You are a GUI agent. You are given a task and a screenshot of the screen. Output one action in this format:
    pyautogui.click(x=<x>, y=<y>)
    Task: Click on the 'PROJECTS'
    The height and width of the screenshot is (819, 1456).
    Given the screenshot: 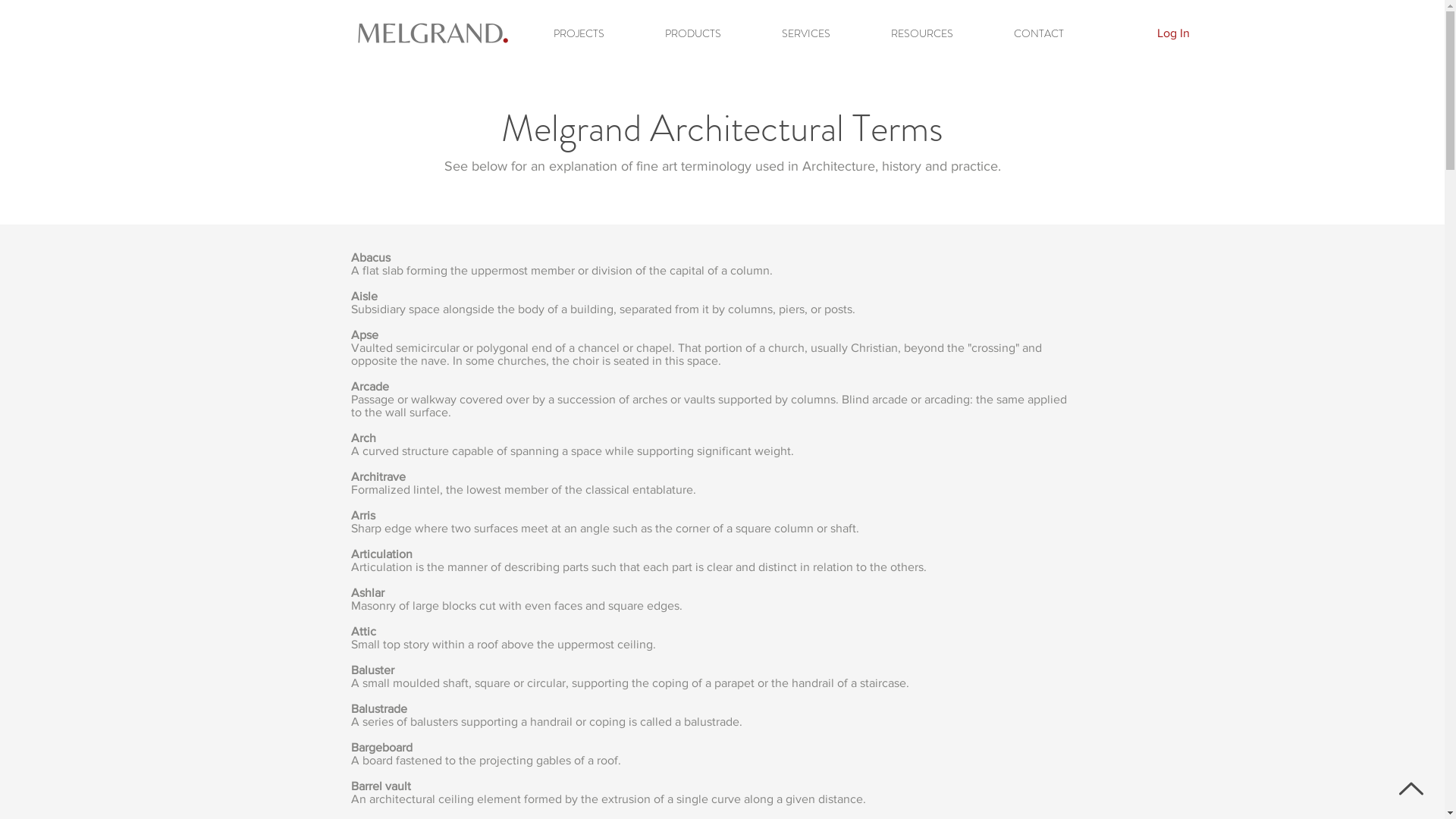 What is the action you would take?
    pyautogui.click(x=578, y=33)
    